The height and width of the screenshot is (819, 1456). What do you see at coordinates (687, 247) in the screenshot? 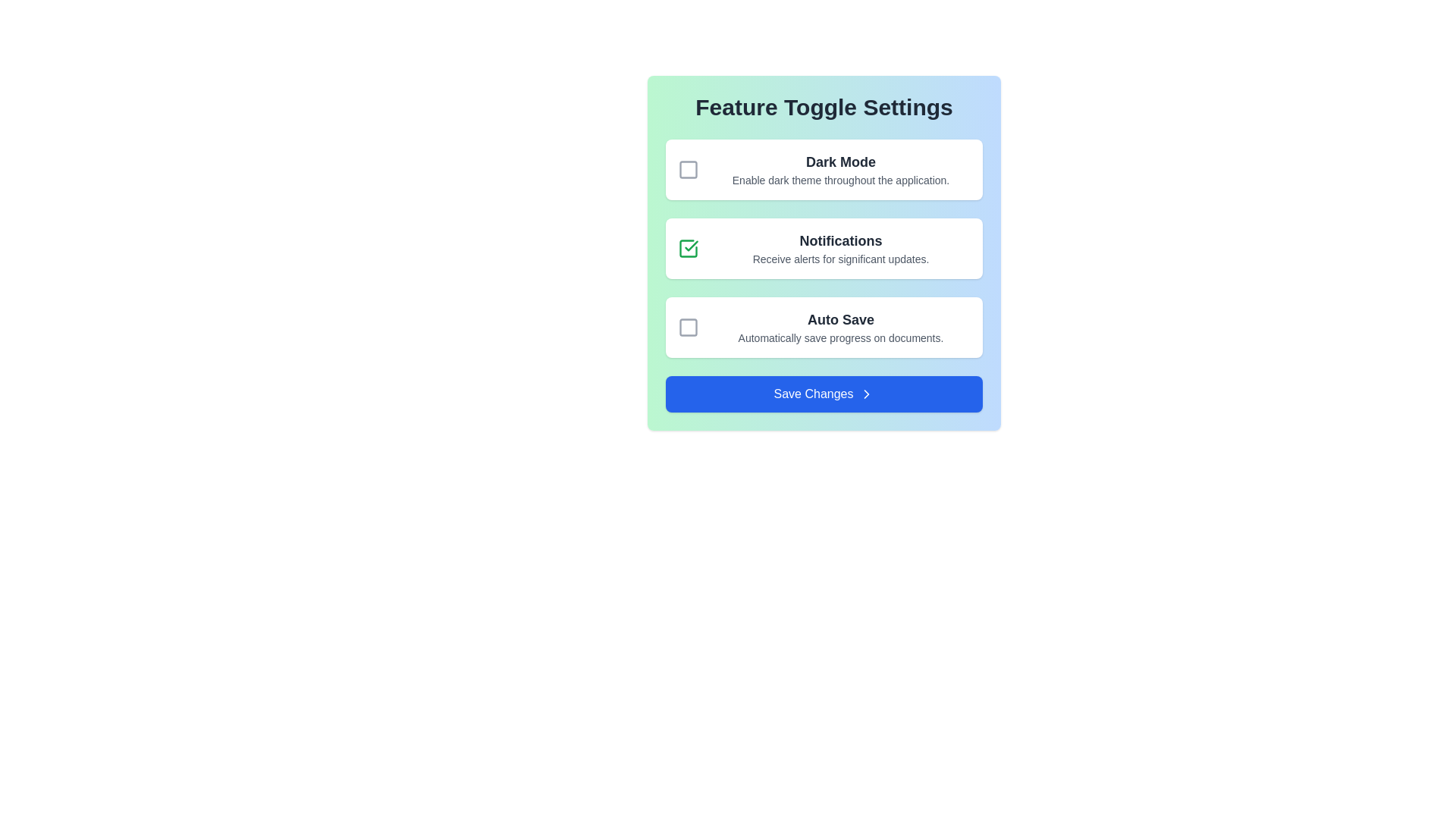
I see `the 'Notifications' Checkbox located under 'Feature Toggle Settings'` at bounding box center [687, 247].